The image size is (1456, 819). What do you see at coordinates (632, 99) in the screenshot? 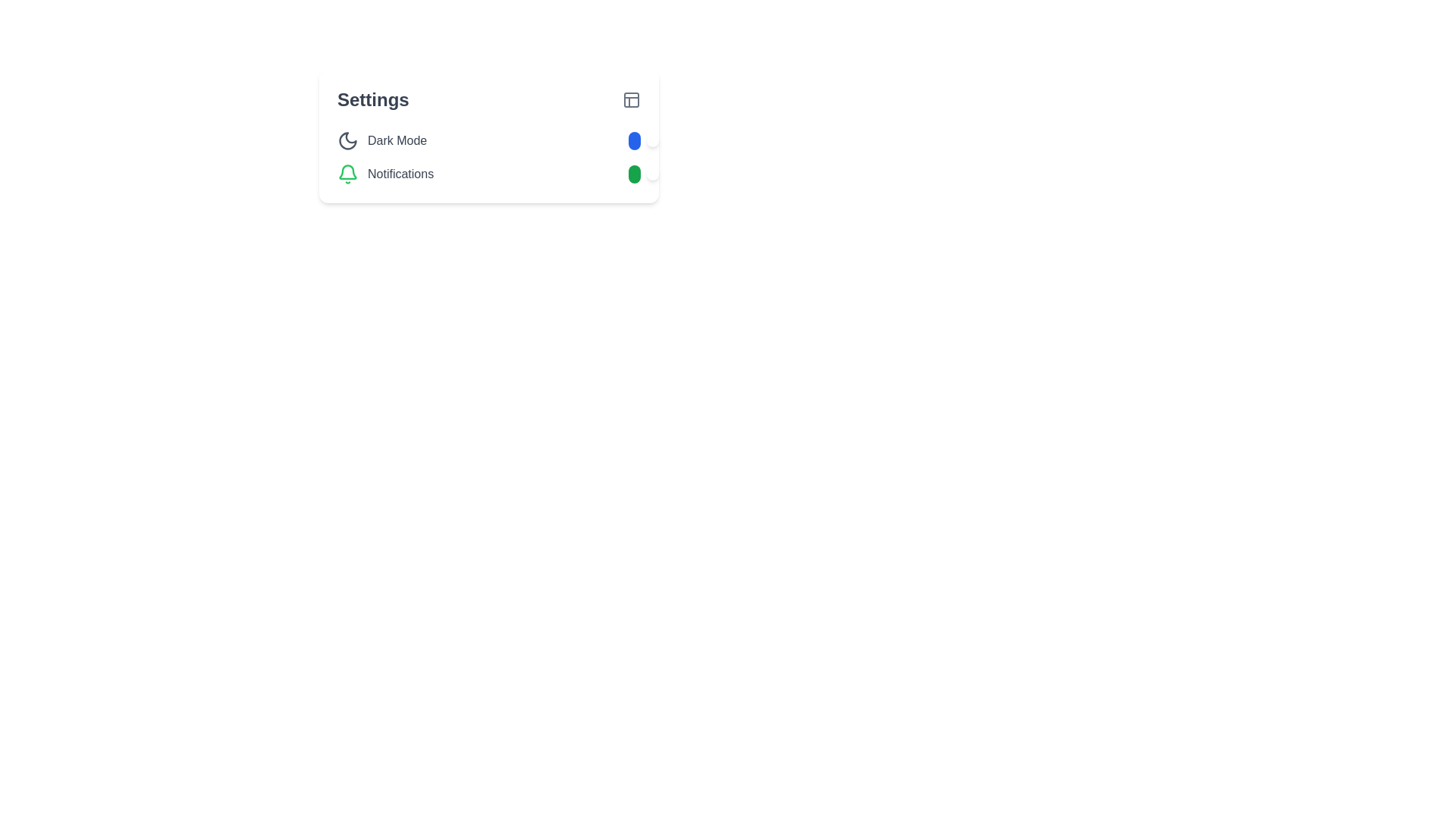
I see `the square-shaped UI component with rounded corners located in the top-left square section of the SVG graphic resembling a panel layout icon in the settings panel` at bounding box center [632, 99].